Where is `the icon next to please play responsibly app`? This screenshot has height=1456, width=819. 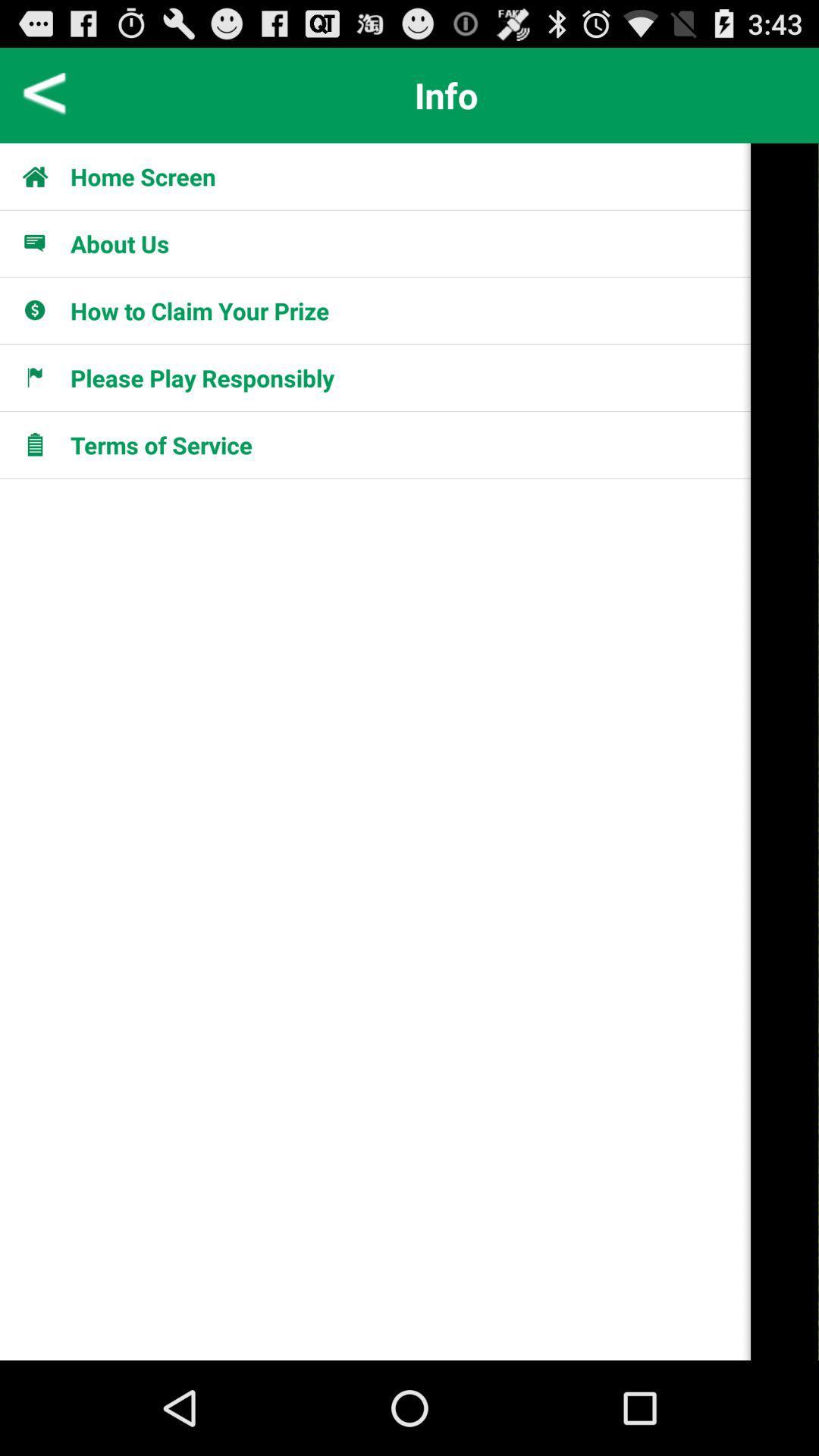
the icon next to please play responsibly app is located at coordinates (784, 752).